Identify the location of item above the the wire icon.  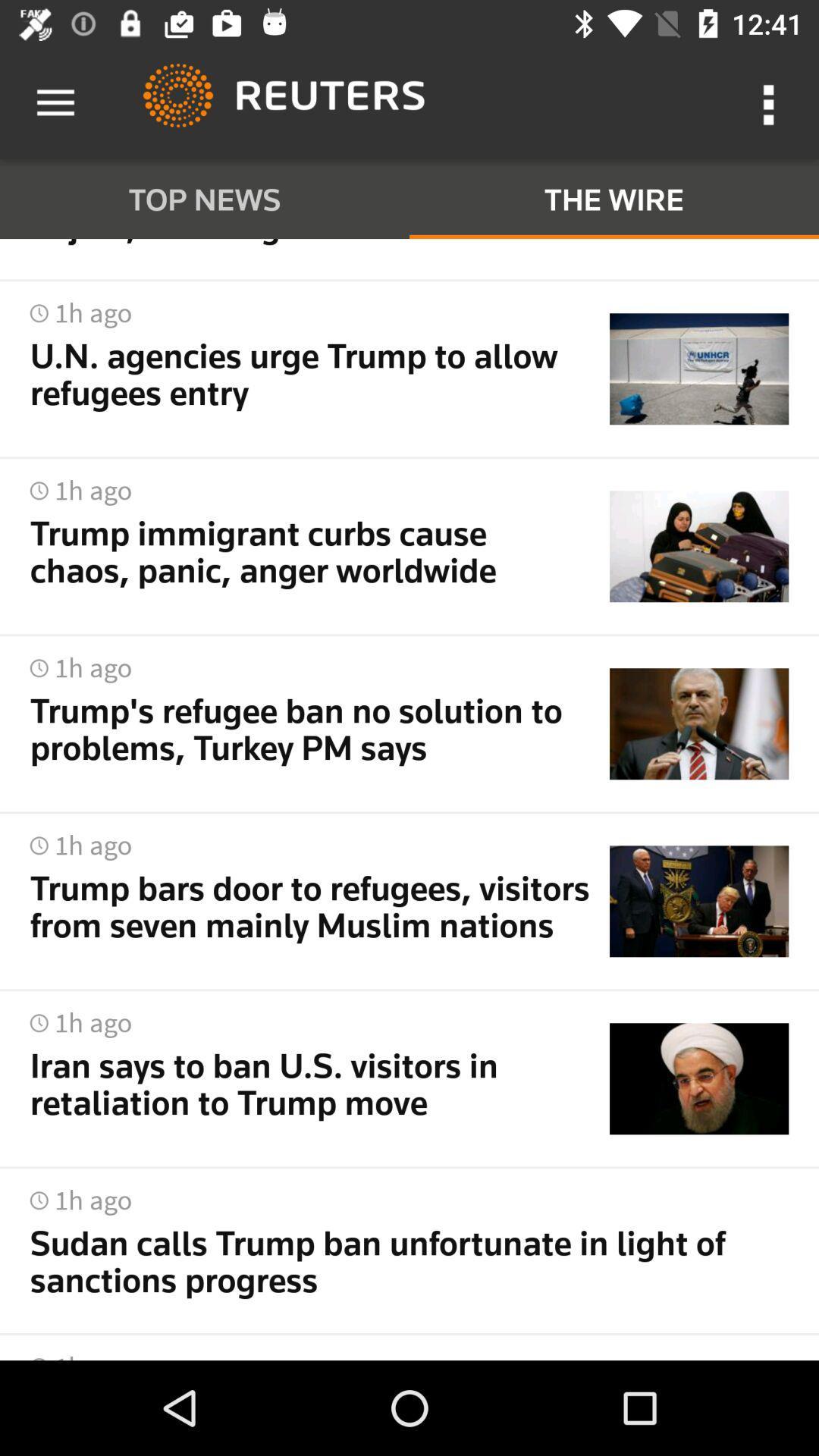
(771, 102).